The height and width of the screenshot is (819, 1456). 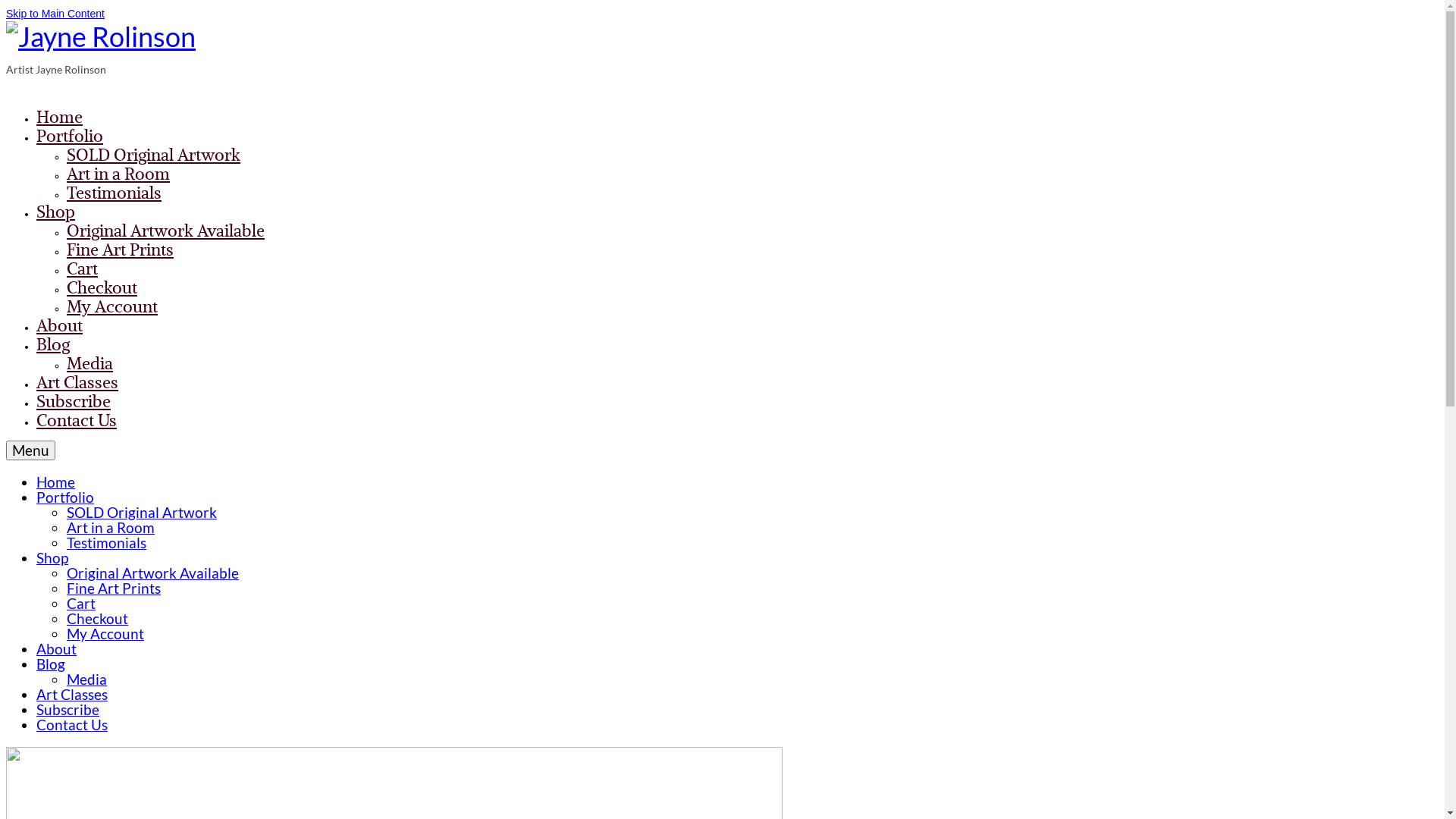 I want to click on 'Portfolio', so click(x=68, y=134).